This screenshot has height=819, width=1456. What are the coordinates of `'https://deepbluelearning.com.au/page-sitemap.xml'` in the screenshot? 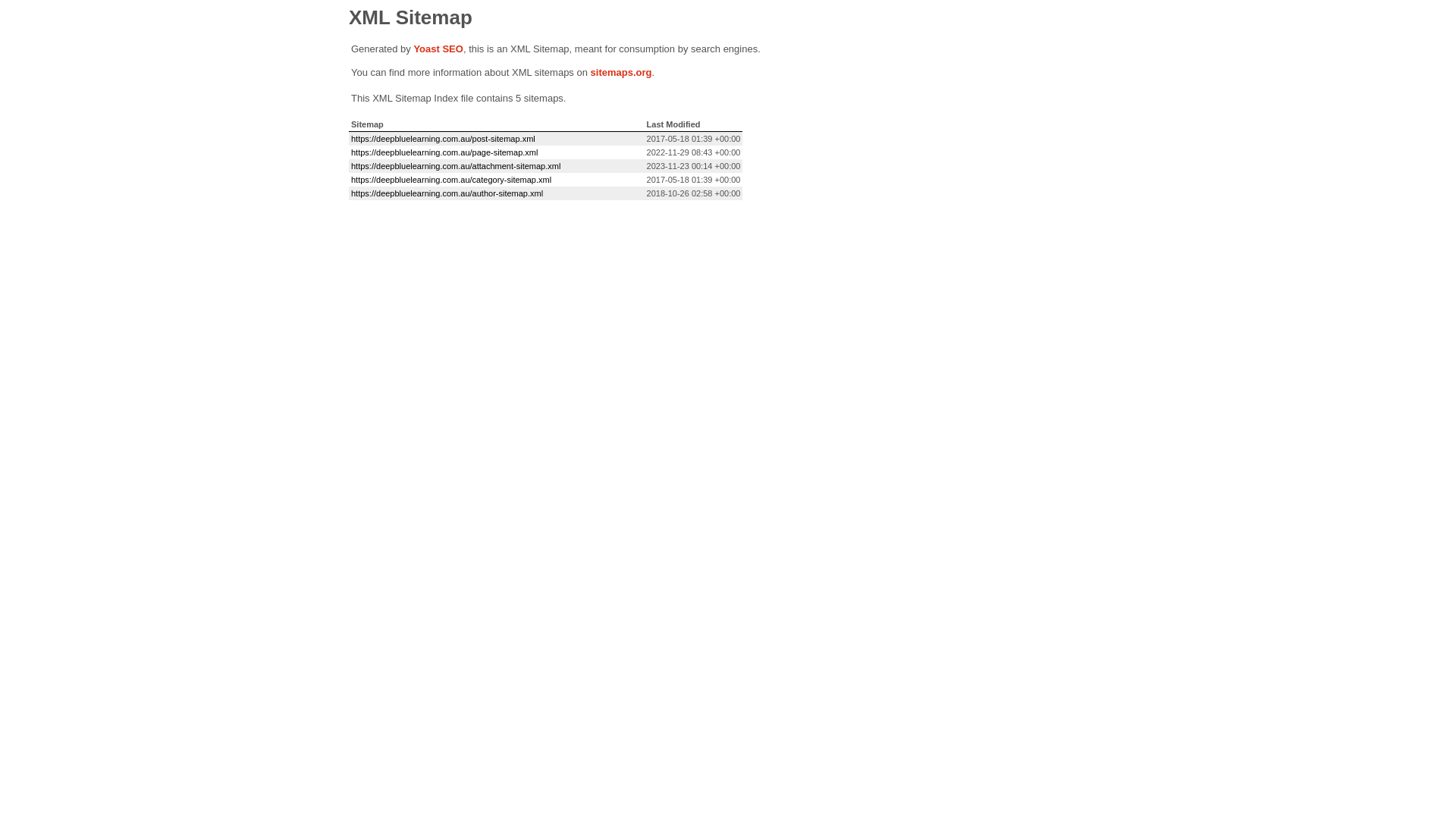 It's located at (443, 152).